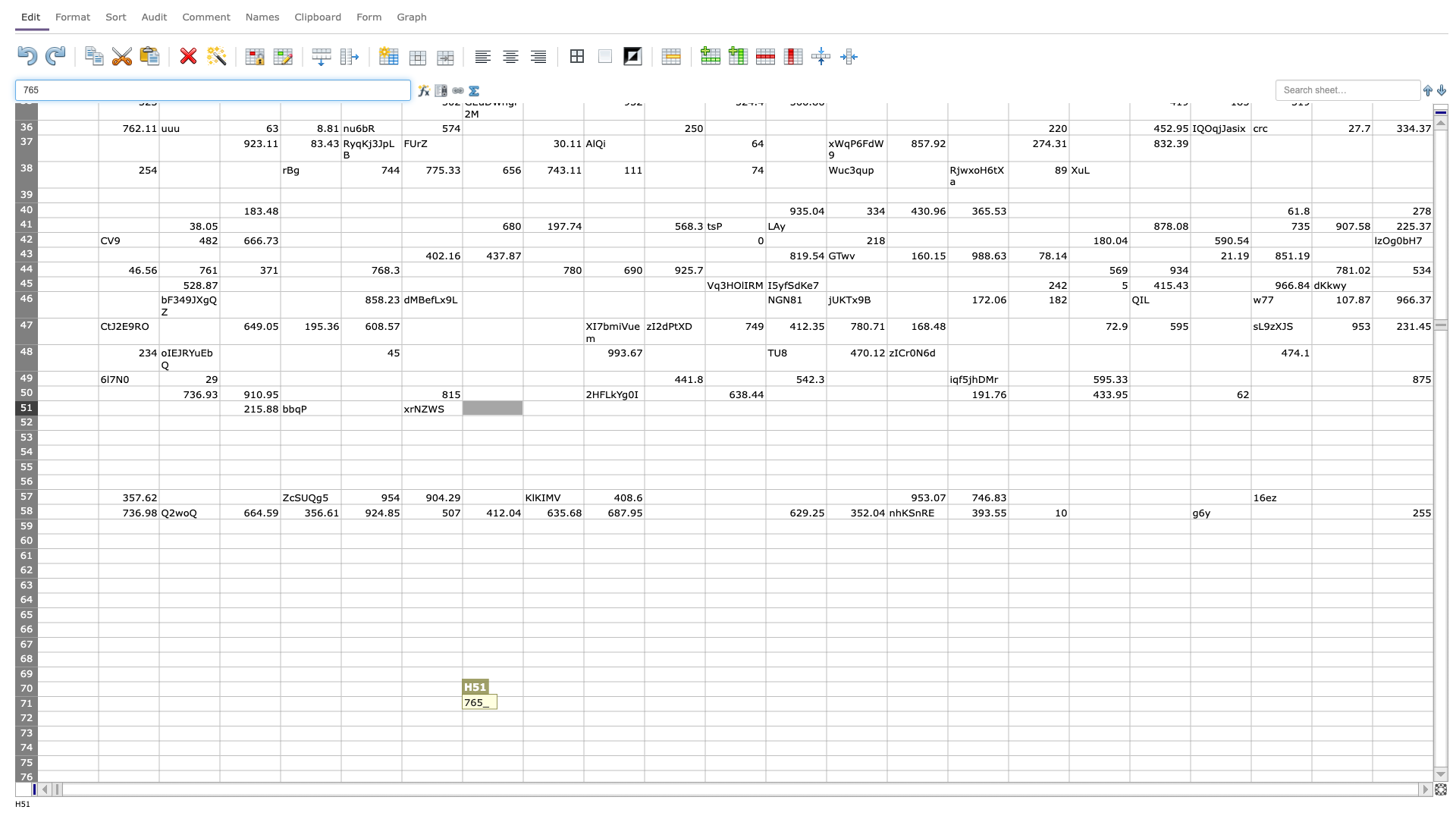  I want to click on bottom right corner of I71, so click(582, 711).